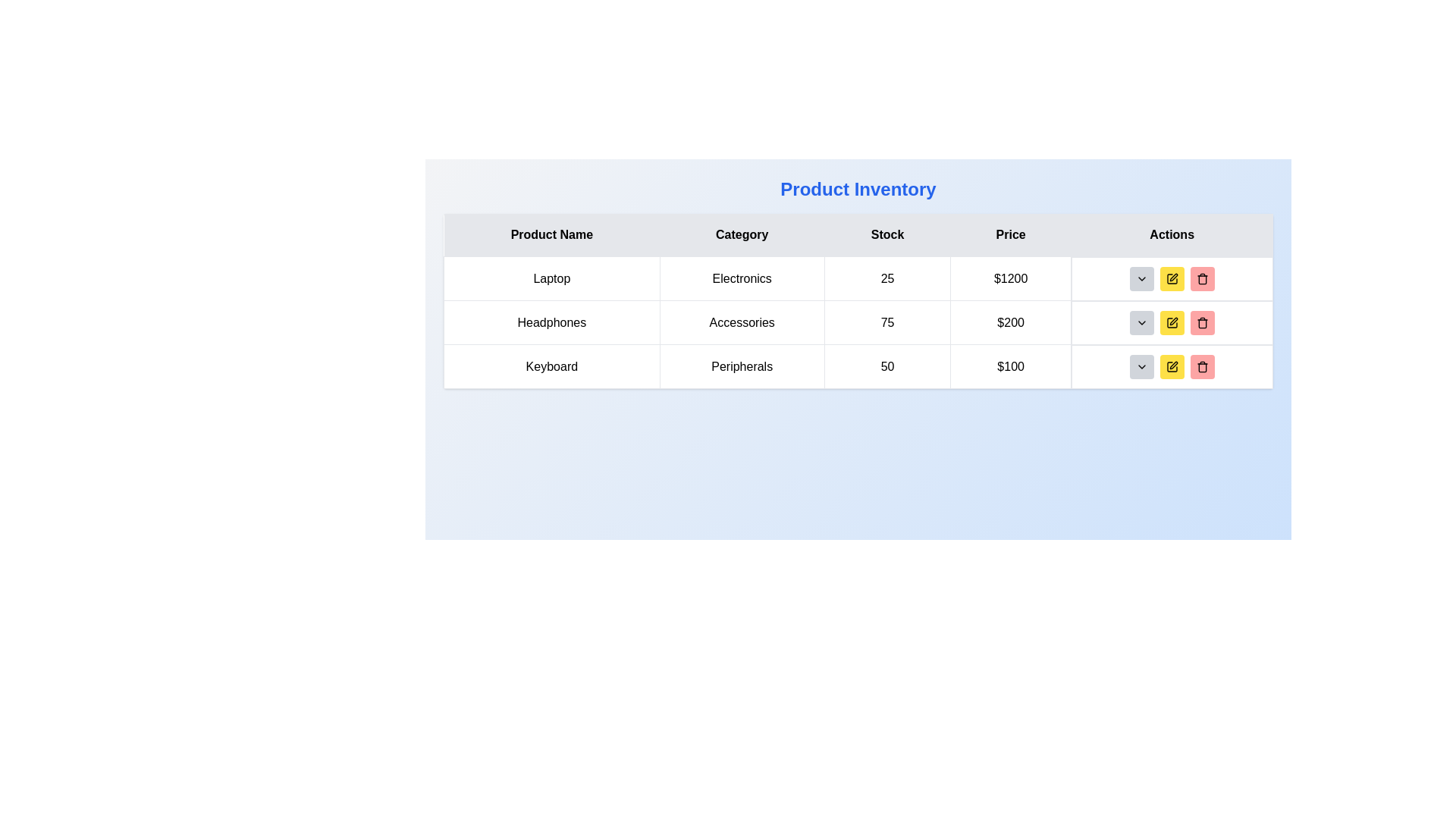 This screenshot has width=1456, height=819. Describe the element at coordinates (1171, 322) in the screenshot. I see `the 'Edit' button located in the 'Actions' column of the second row in the table` at that location.